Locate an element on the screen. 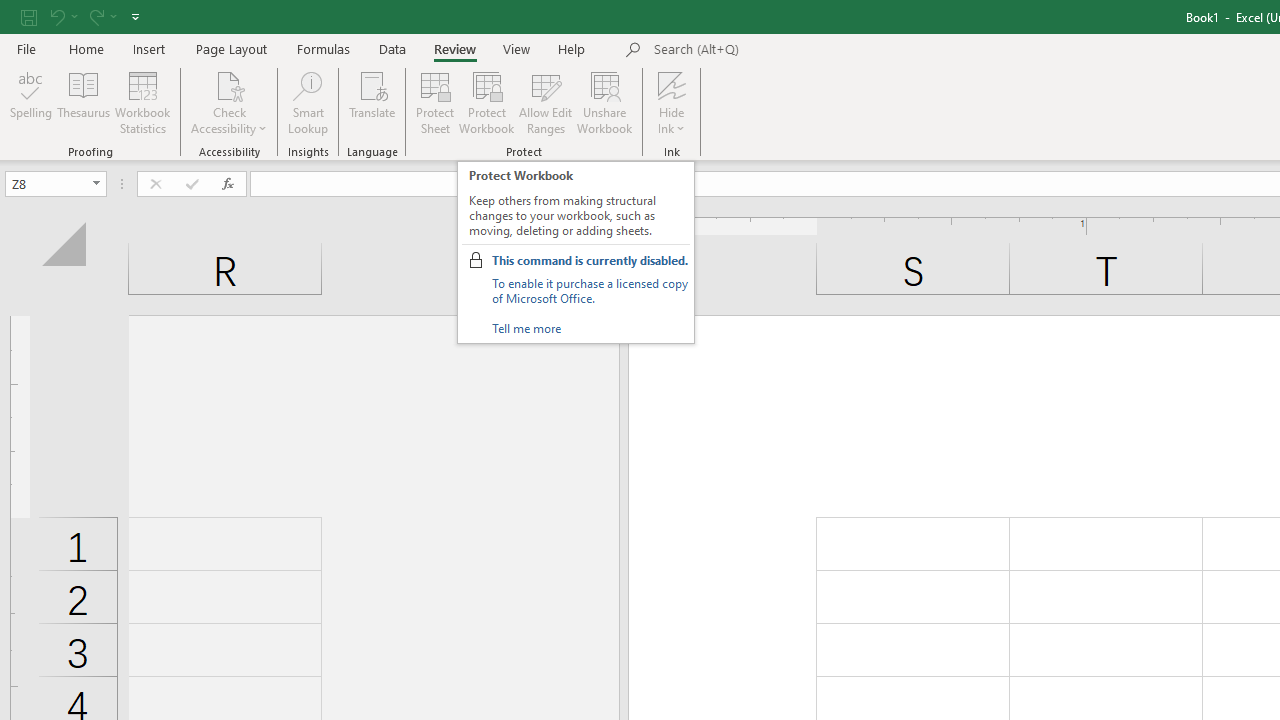 The width and height of the screenshot is (1280, 720). 'Workbook Statistics' is located at coordinates (141, 103).